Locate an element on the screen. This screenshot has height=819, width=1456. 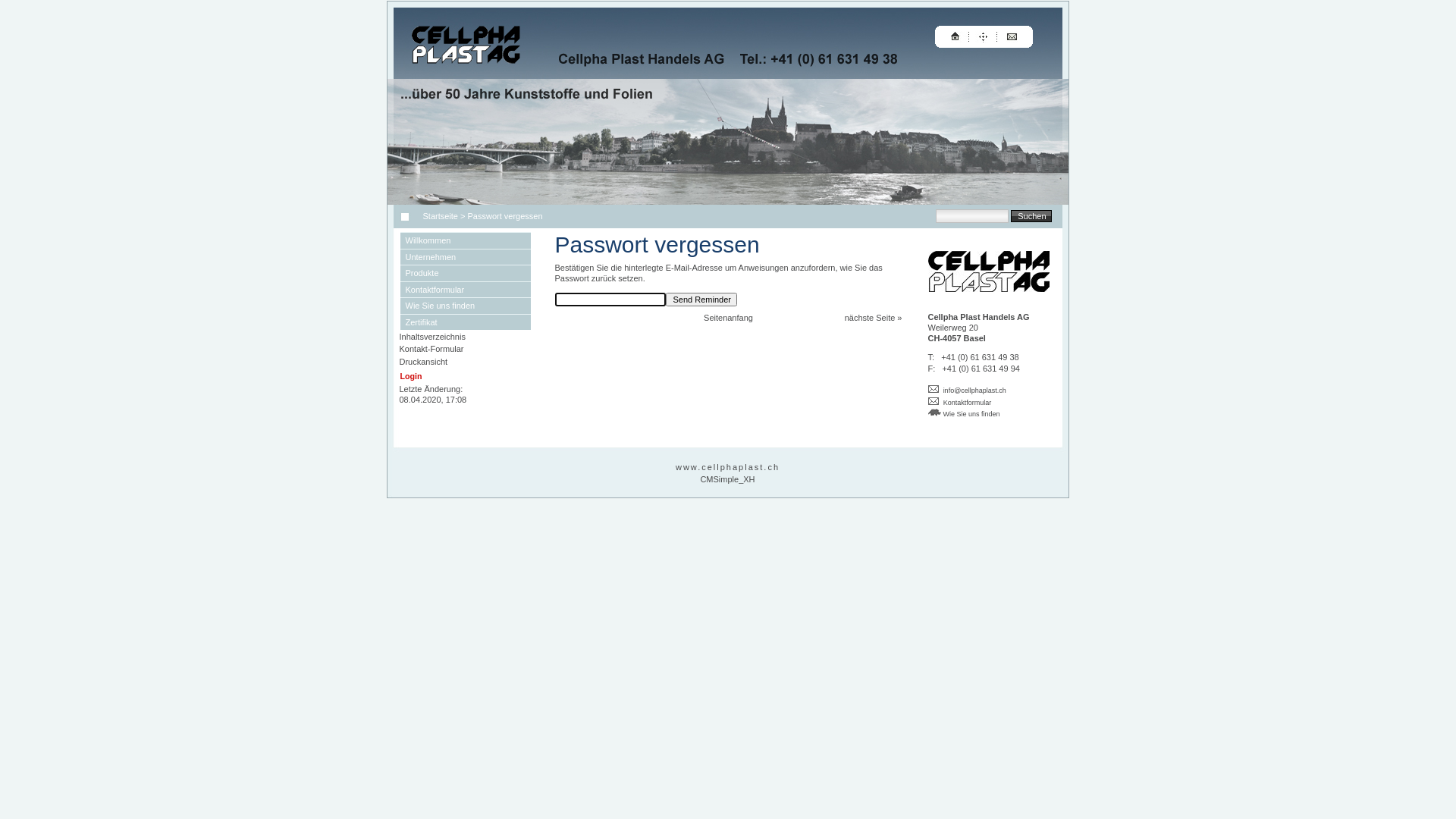
'Zertifikat' is located at coordinates (400, 321).